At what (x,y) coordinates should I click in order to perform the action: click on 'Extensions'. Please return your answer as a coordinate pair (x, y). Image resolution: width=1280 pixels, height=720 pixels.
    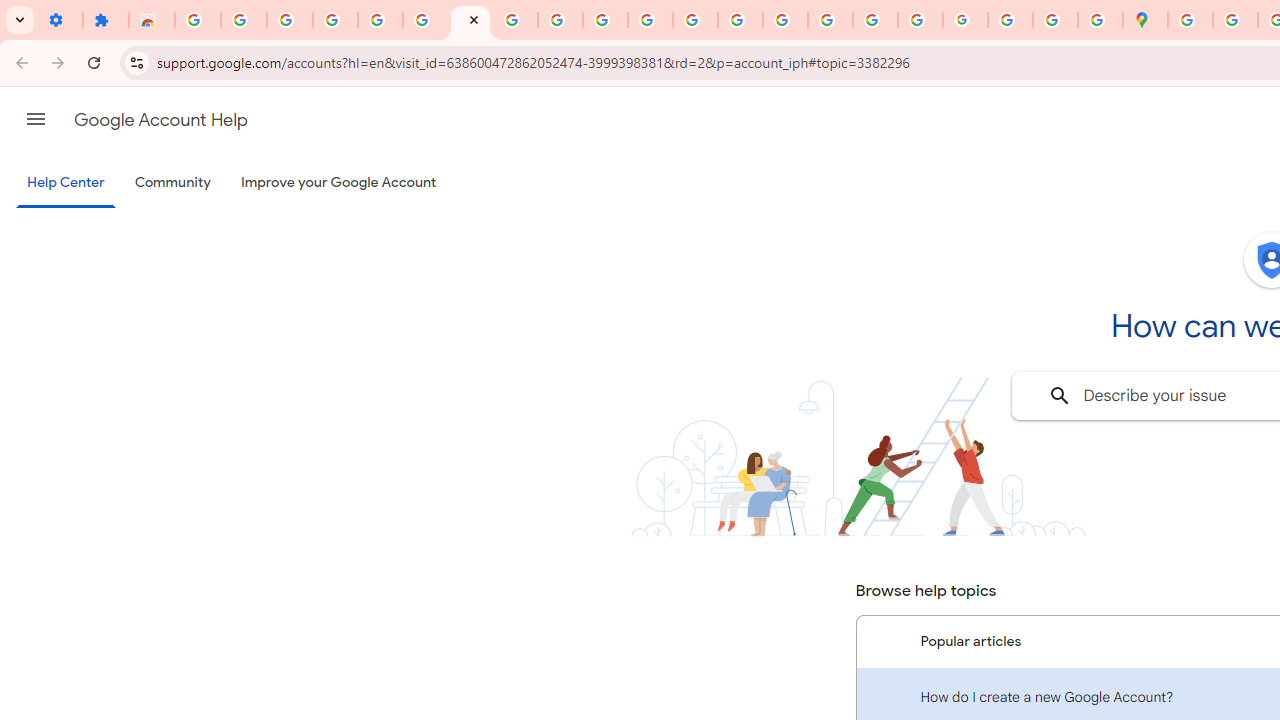
    Looking at the image, I should click on (105, 20).